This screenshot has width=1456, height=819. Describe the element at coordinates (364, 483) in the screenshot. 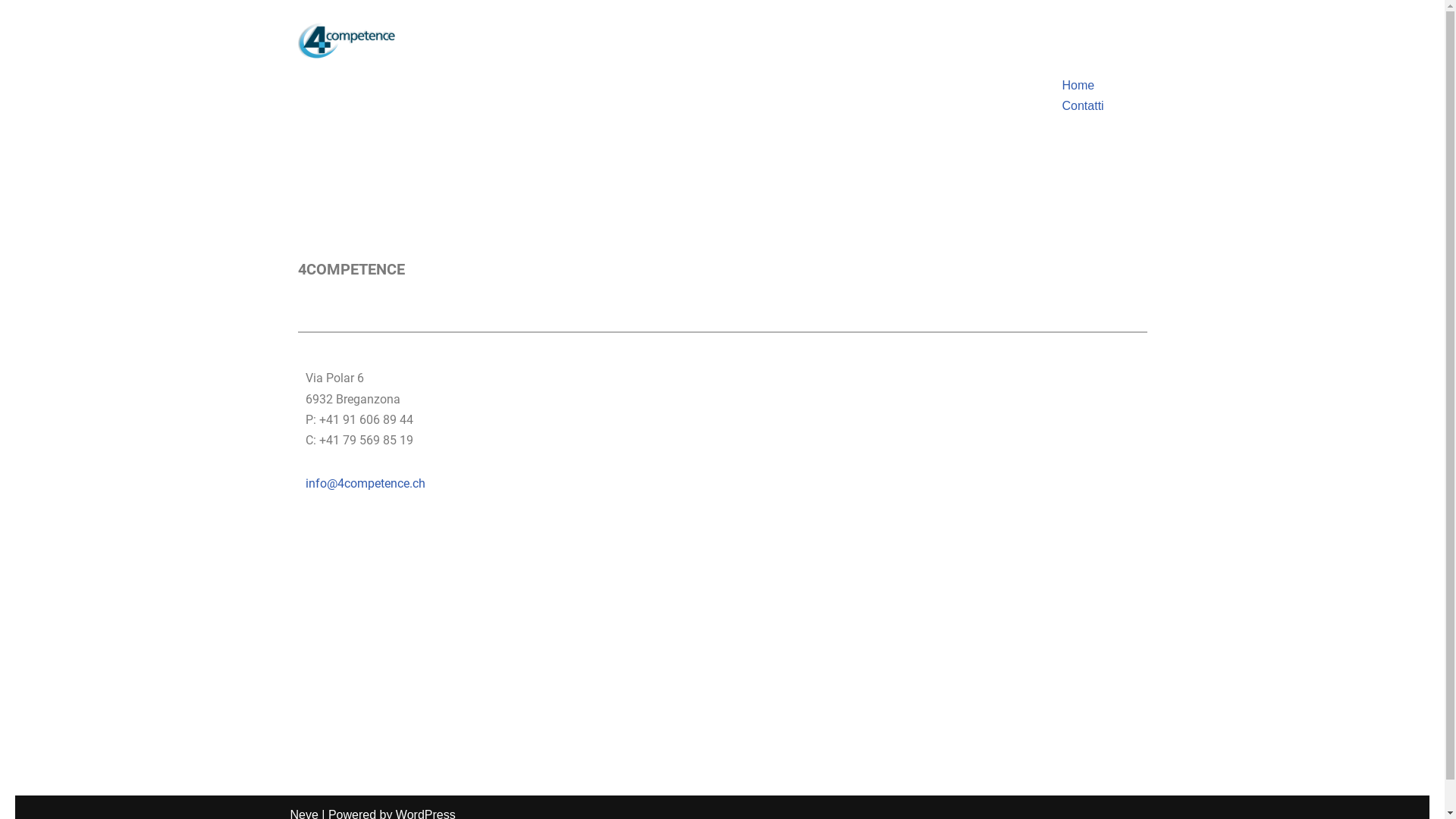

I see `'info@4competence.ch'` at that location.